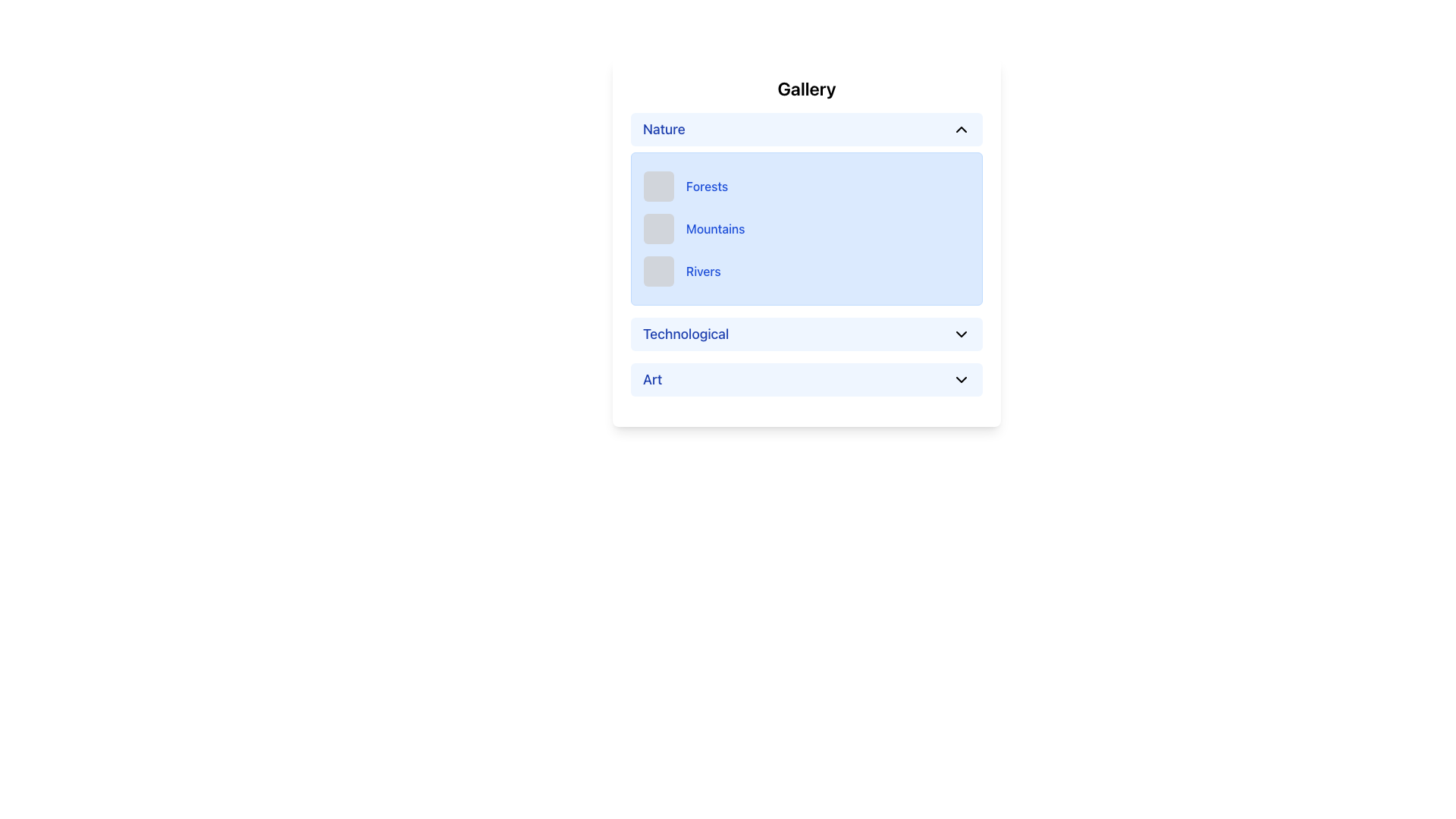  Describe the element at coordinates (806, 228) in the screenshot. I see `the List item for 'Mountains'` at that location.